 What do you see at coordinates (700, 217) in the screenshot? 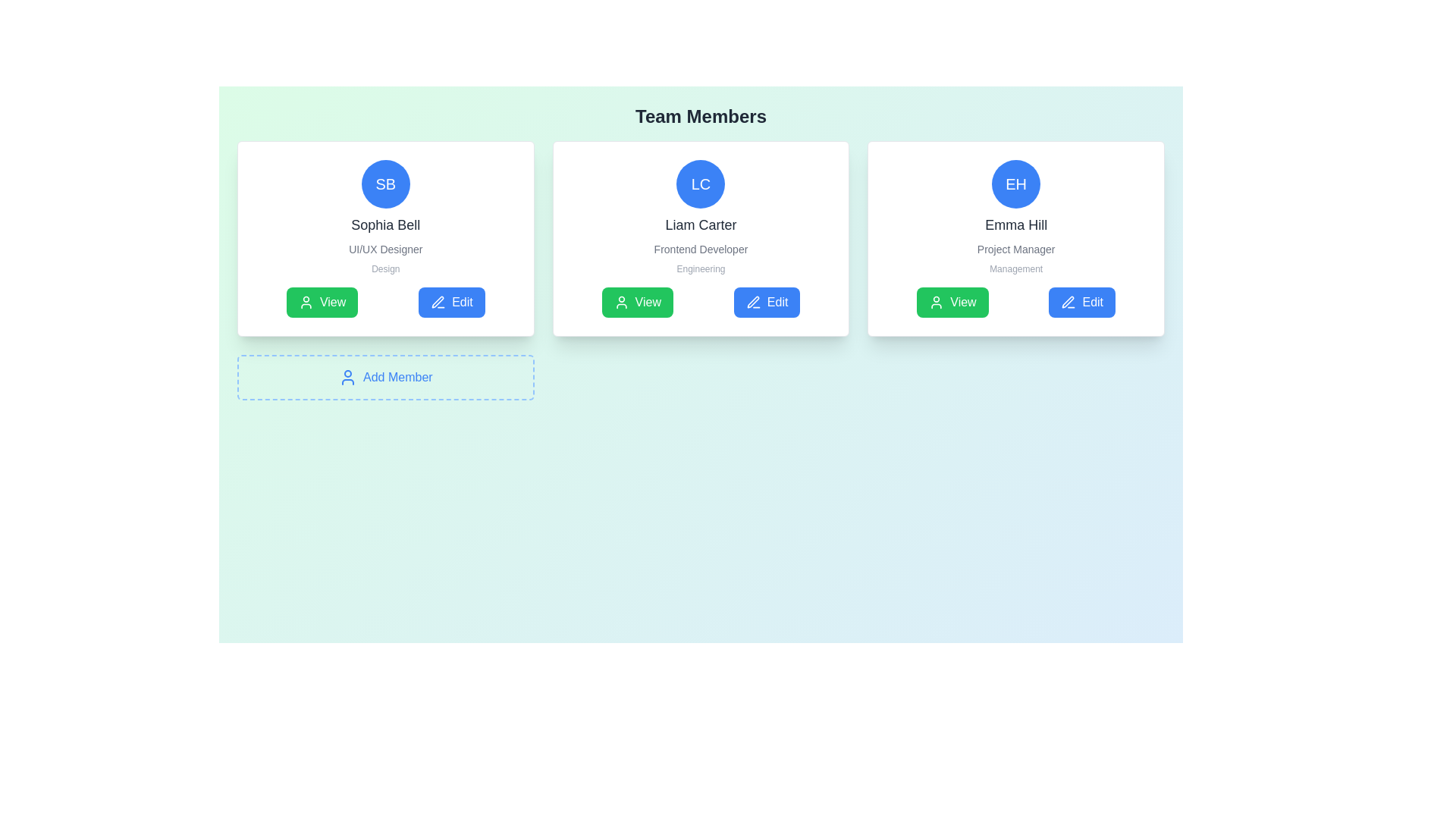
I see `the profile display section which includes the initials 'LC' in a circular badge and the name 'Liam Carter'` at bounding box center [700, 217].